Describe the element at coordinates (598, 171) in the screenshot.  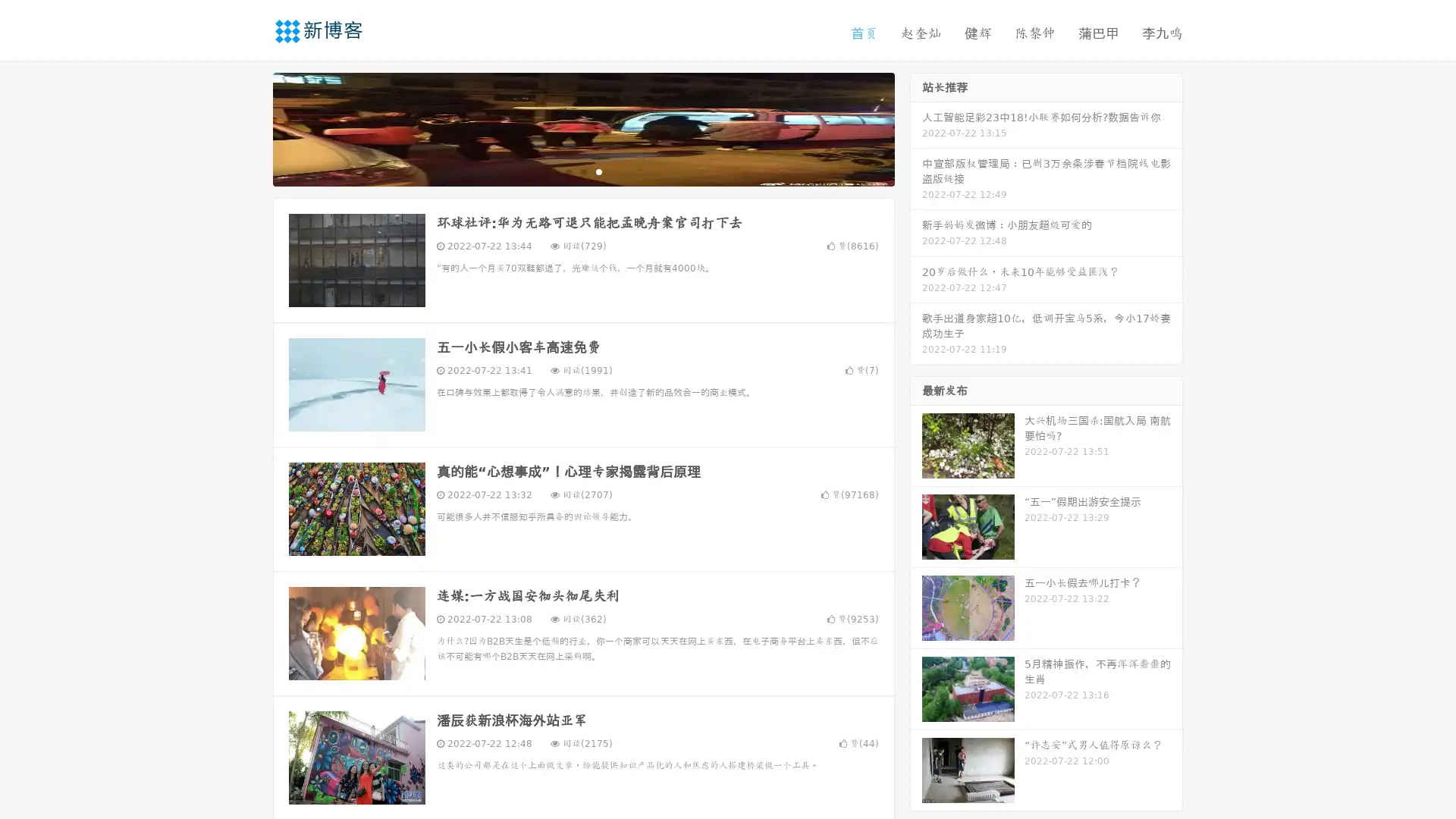
I see `Go to slide 3` at that location.